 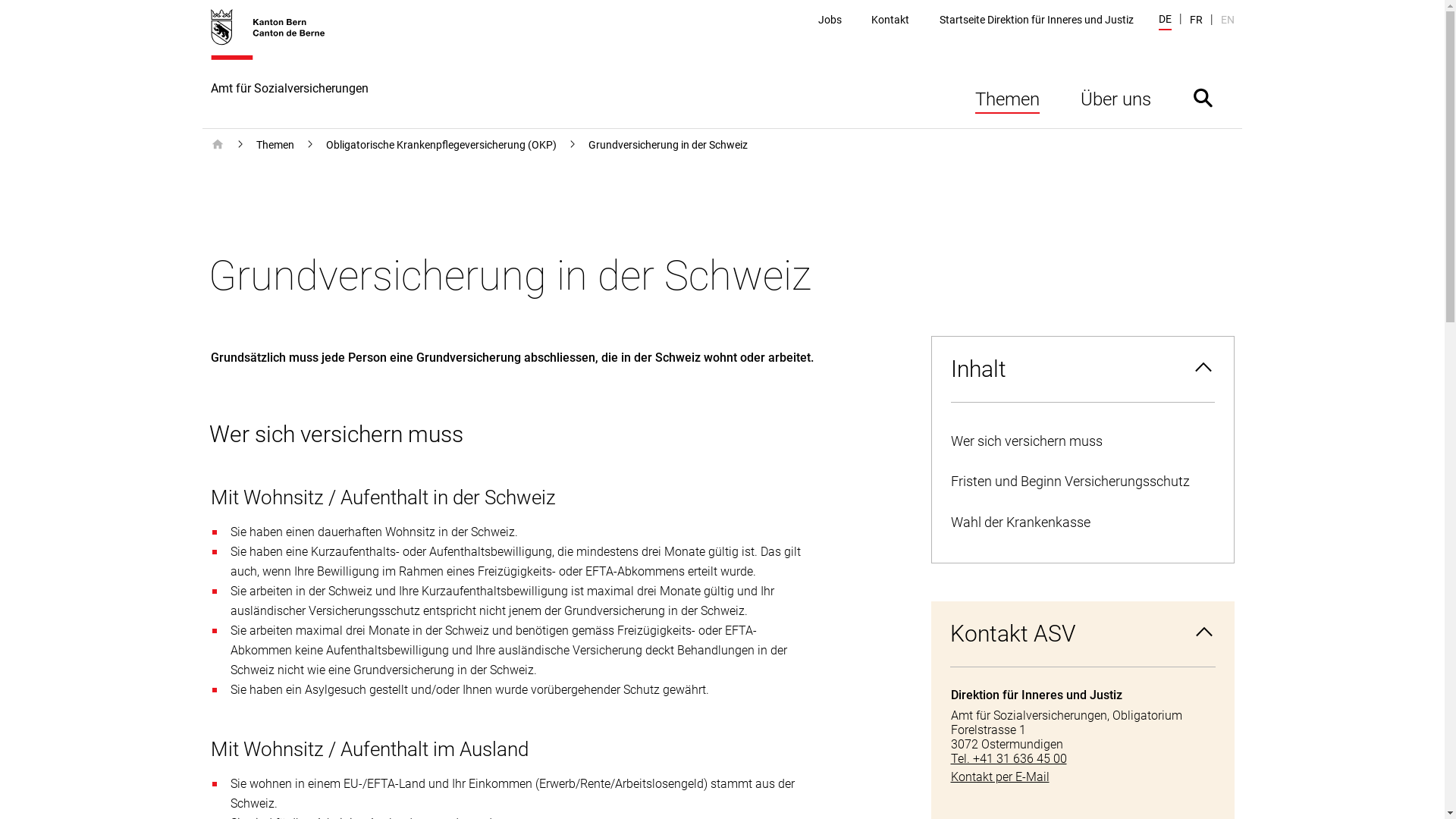 What do you see at coordinates (1081, 758) in the screenshot?
I see `'Tel. +41 31 636 45 00'` at bounding box center [1081, 758].